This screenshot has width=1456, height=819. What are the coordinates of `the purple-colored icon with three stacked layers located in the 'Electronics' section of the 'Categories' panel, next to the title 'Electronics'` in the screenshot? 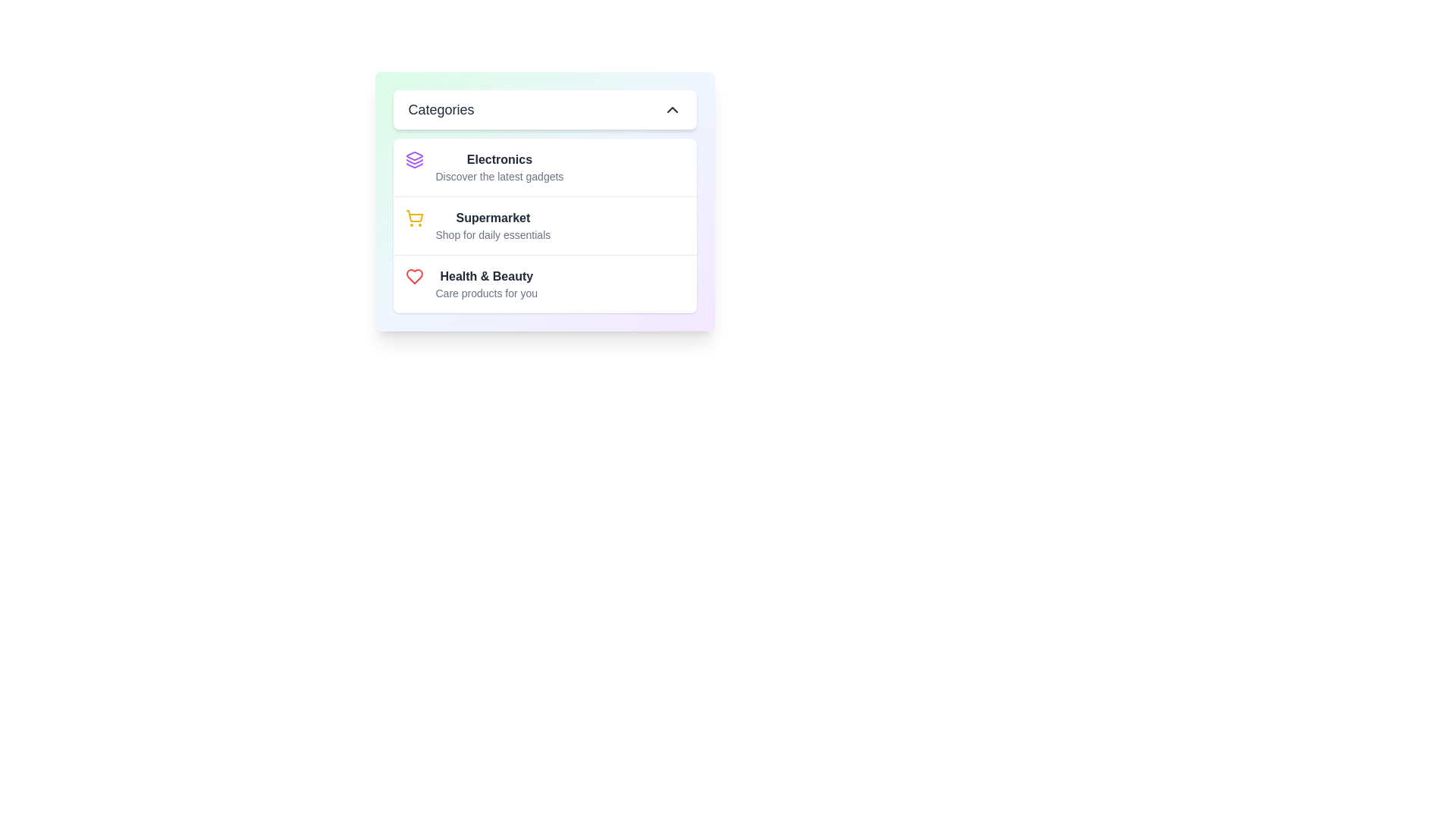 It's located at (414, 160).